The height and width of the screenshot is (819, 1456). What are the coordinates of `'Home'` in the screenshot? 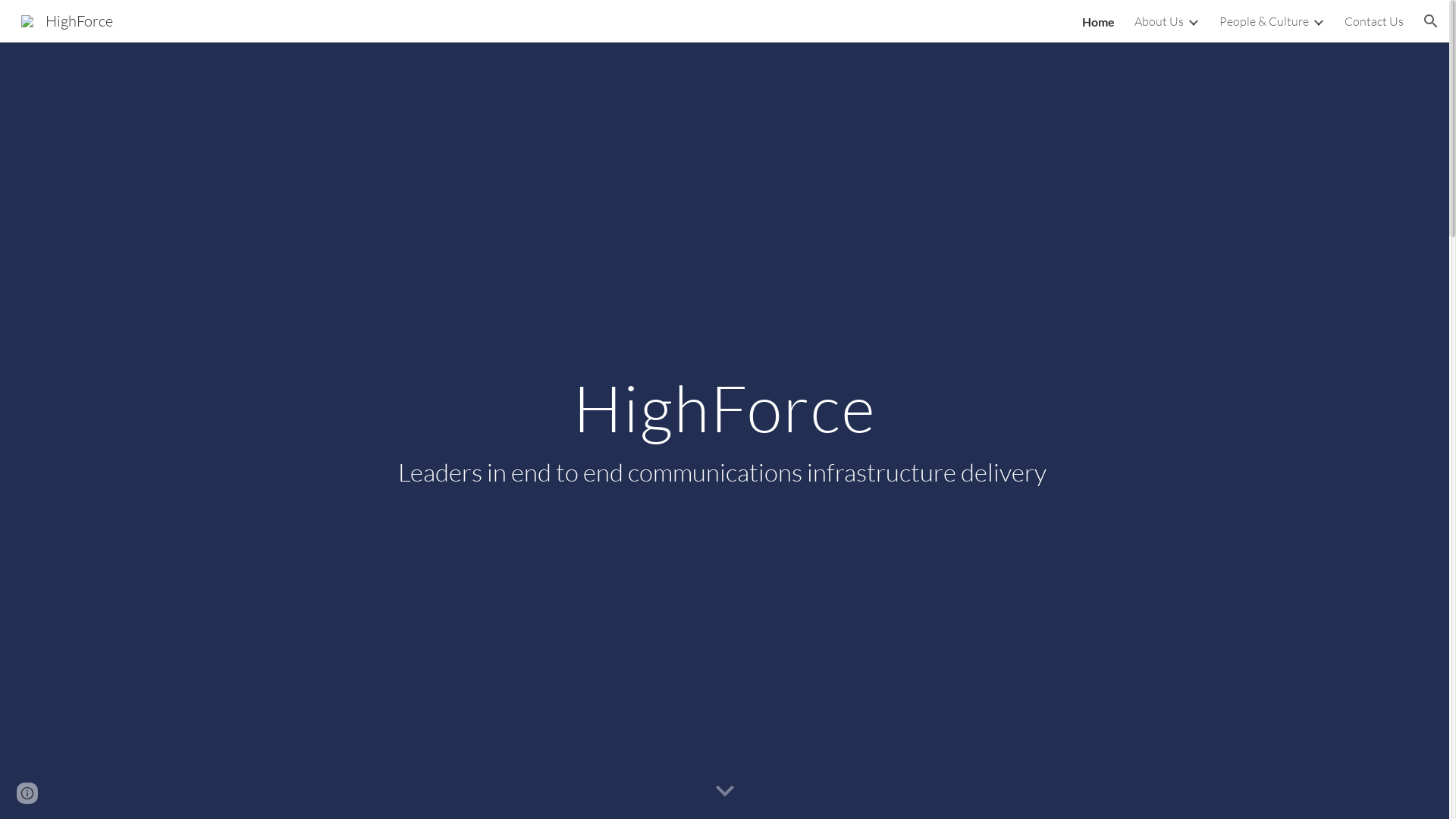 It's located at (1098, 20).